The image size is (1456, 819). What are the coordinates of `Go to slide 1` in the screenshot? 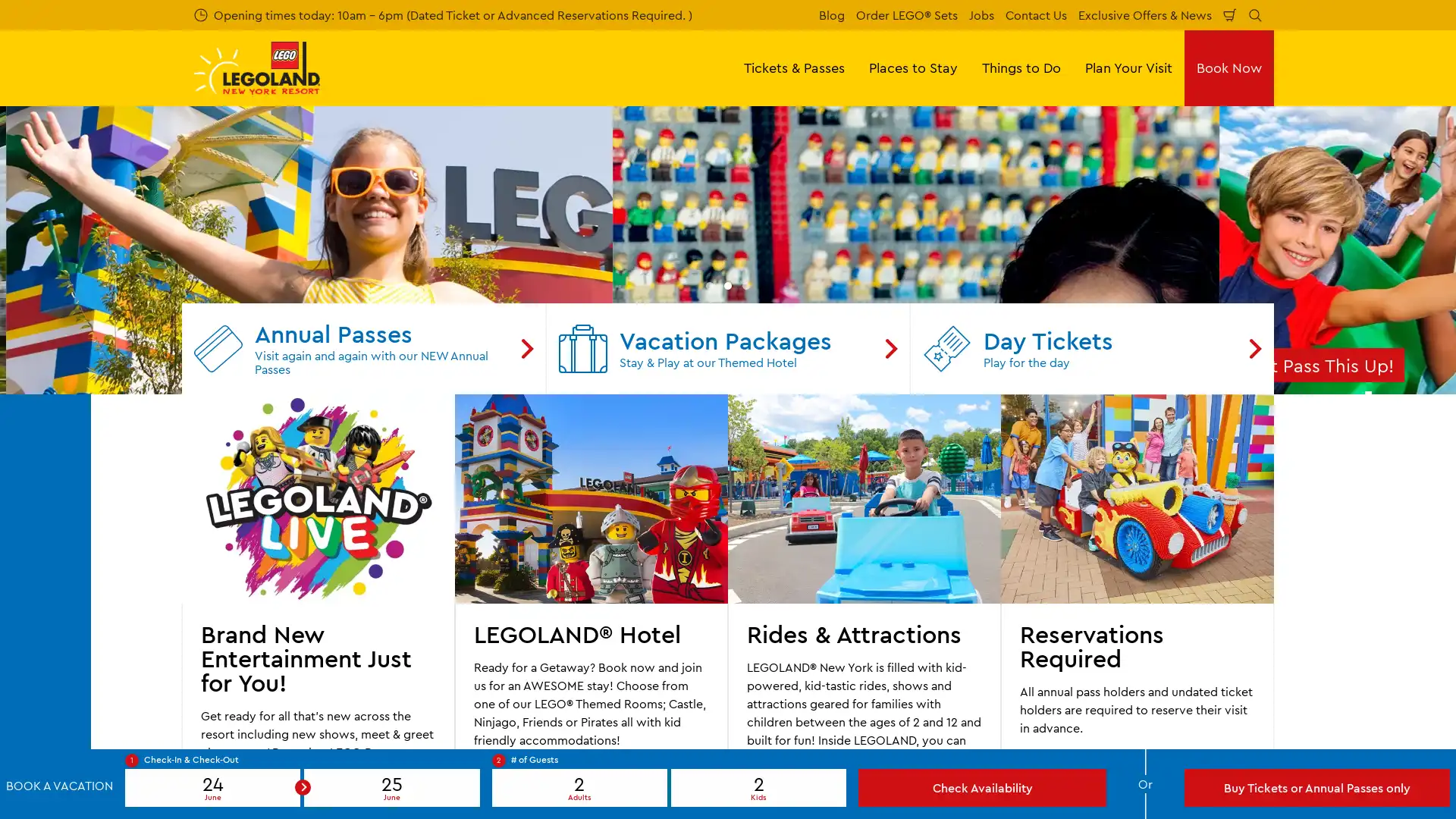 It's located at (709, 587).